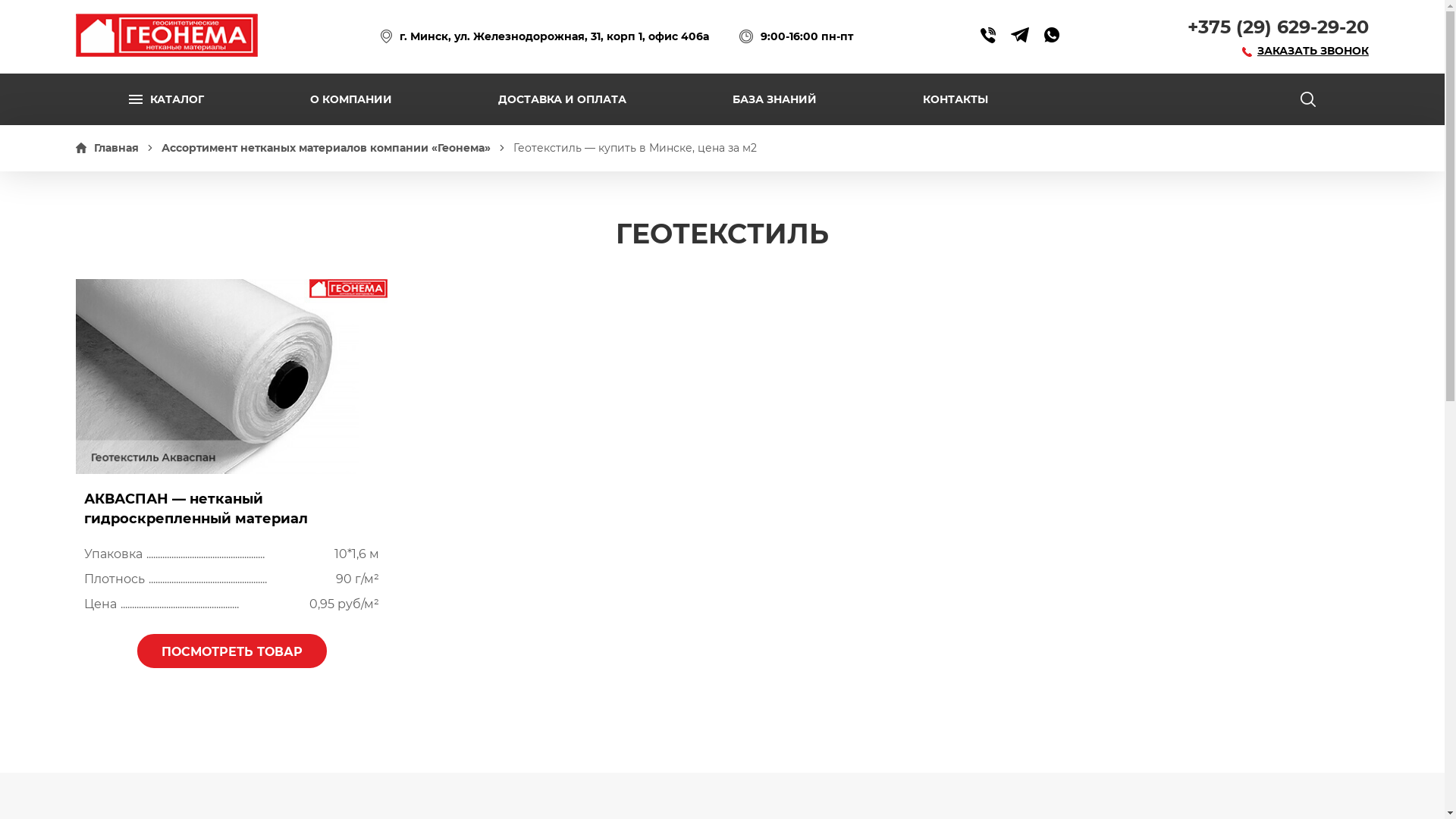  What do you see at coordinates (1277, 27) in the screenshot?
I see `'+375 (29) 629-29-20'` at bounding box center [1277, 27].